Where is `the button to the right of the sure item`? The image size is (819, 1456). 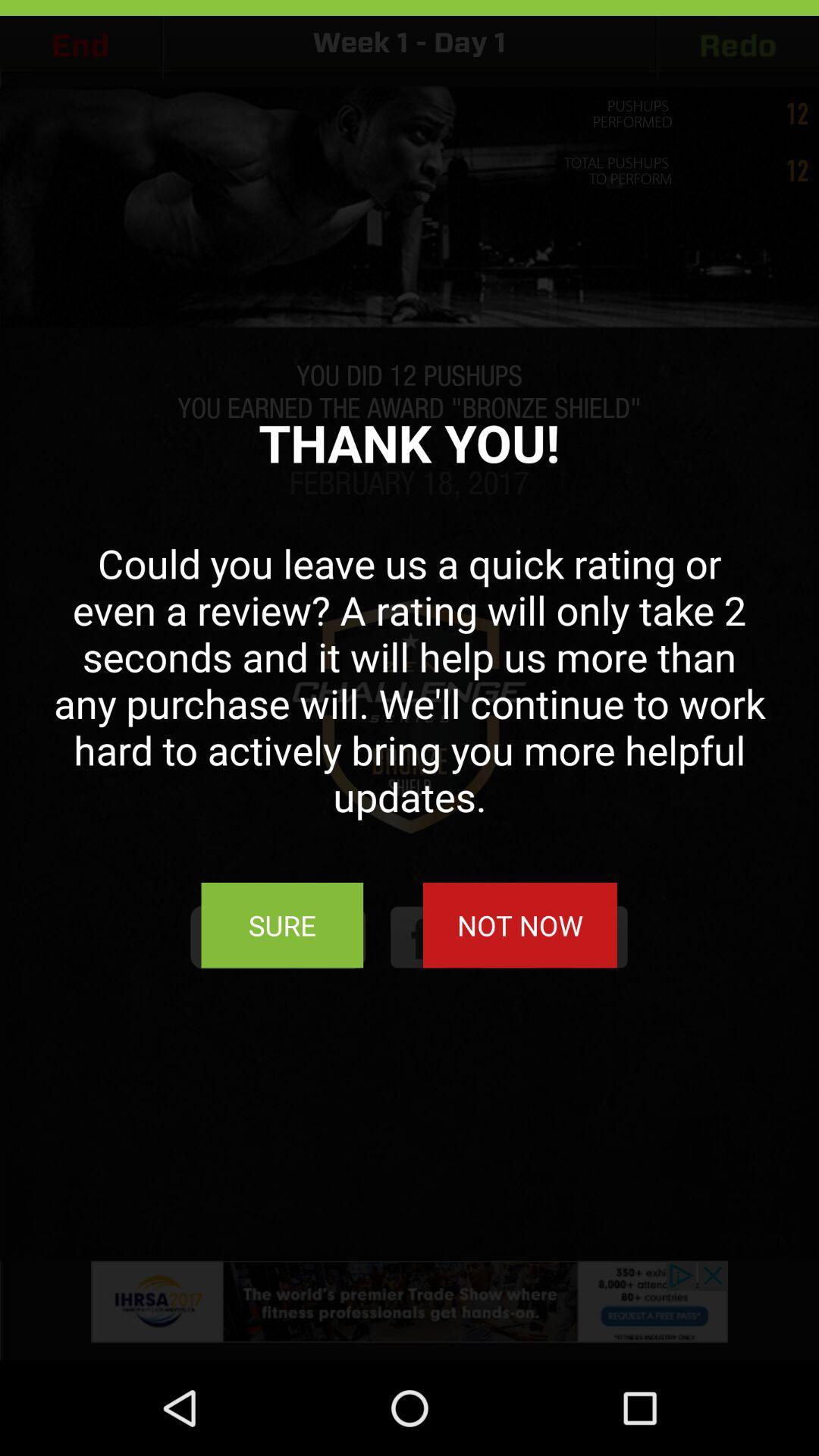
the button to the right of the sure item is located at coordinates (519, 924).